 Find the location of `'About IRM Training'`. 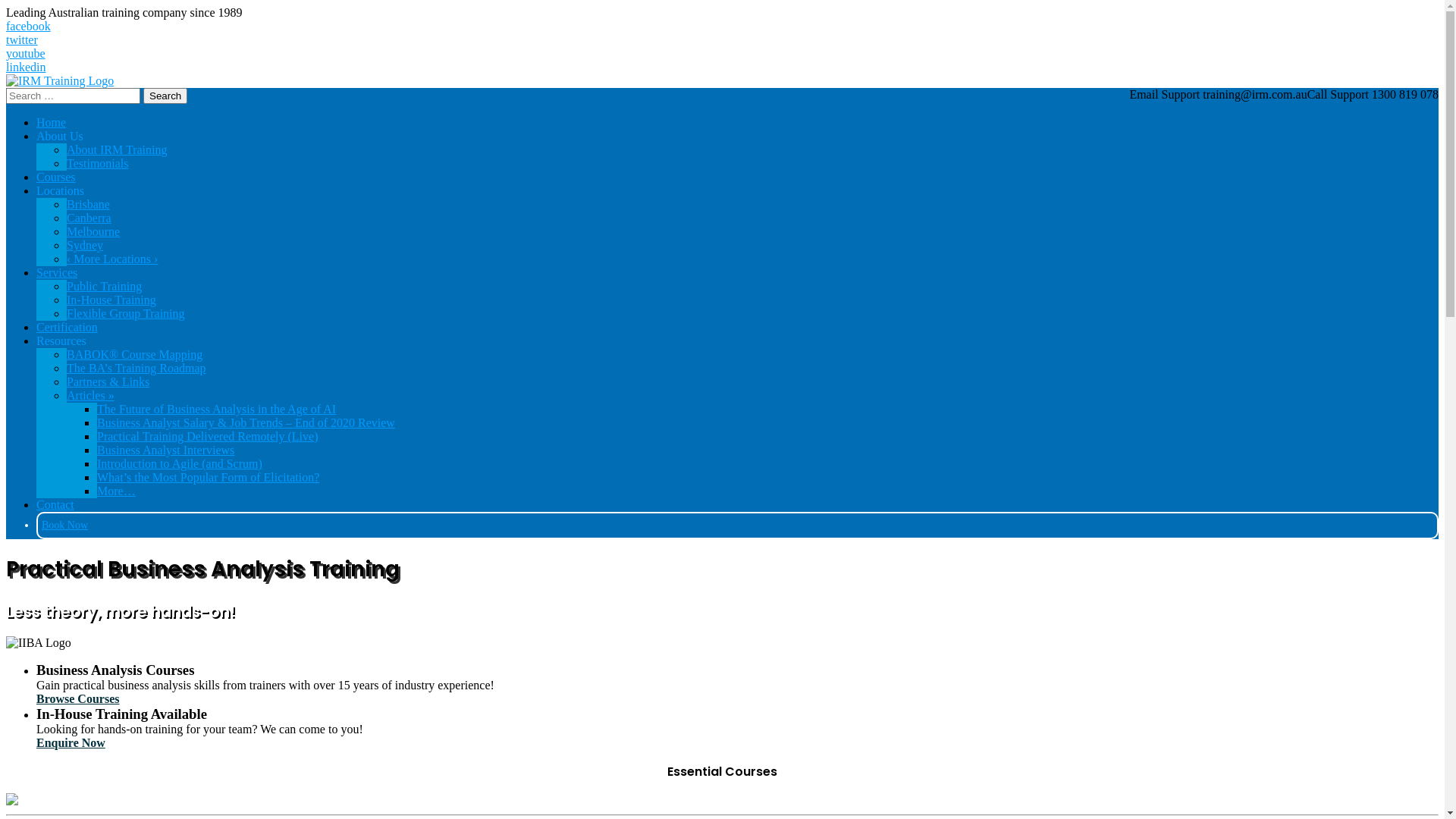

'About IRM Training' is located at coordinates (115, 149).